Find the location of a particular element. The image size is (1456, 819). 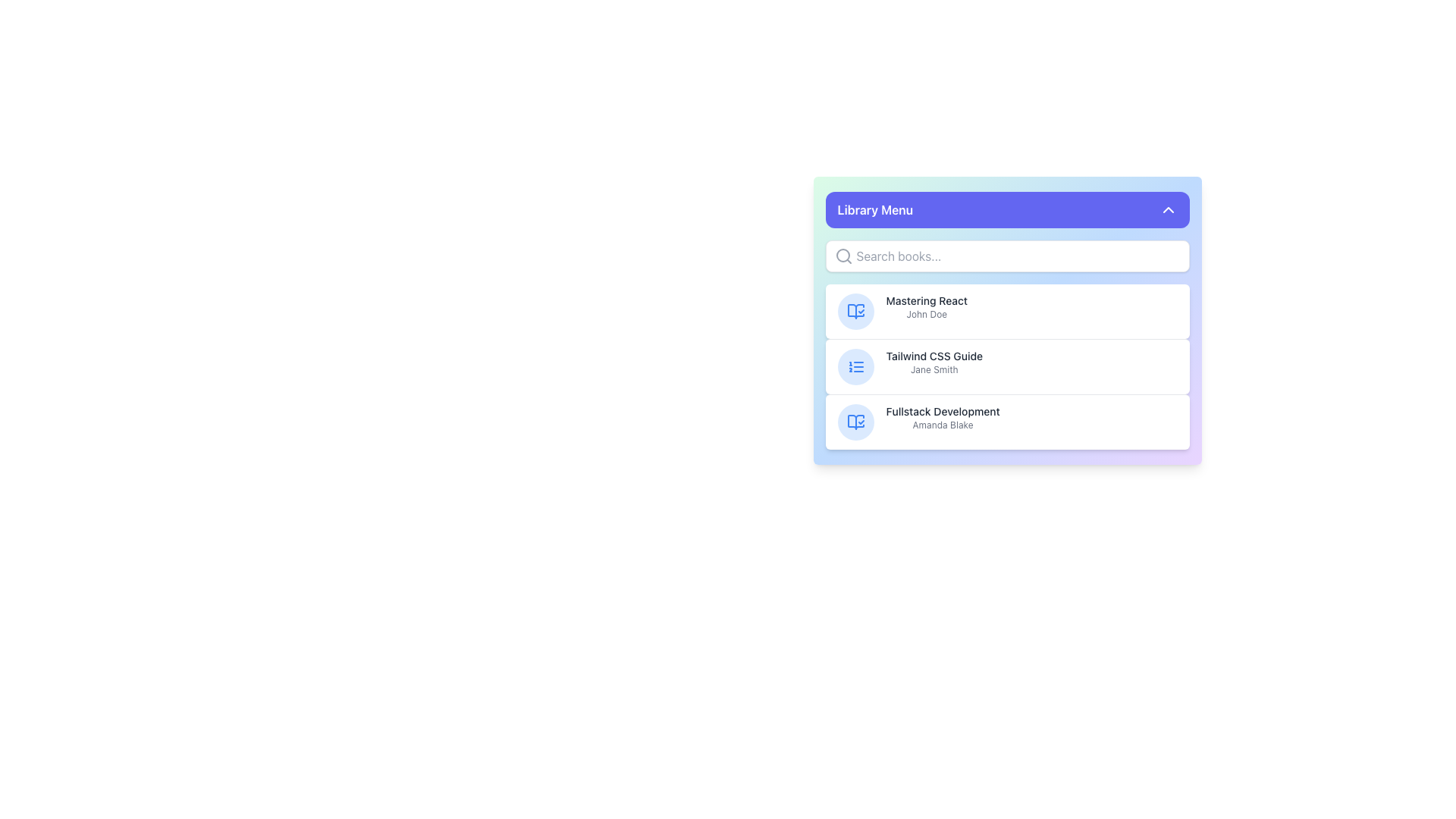

the open book icon with a checkmark symbol located to the left of 'Mastering React' and 'John Doe' is located at coordinates (855, 422).